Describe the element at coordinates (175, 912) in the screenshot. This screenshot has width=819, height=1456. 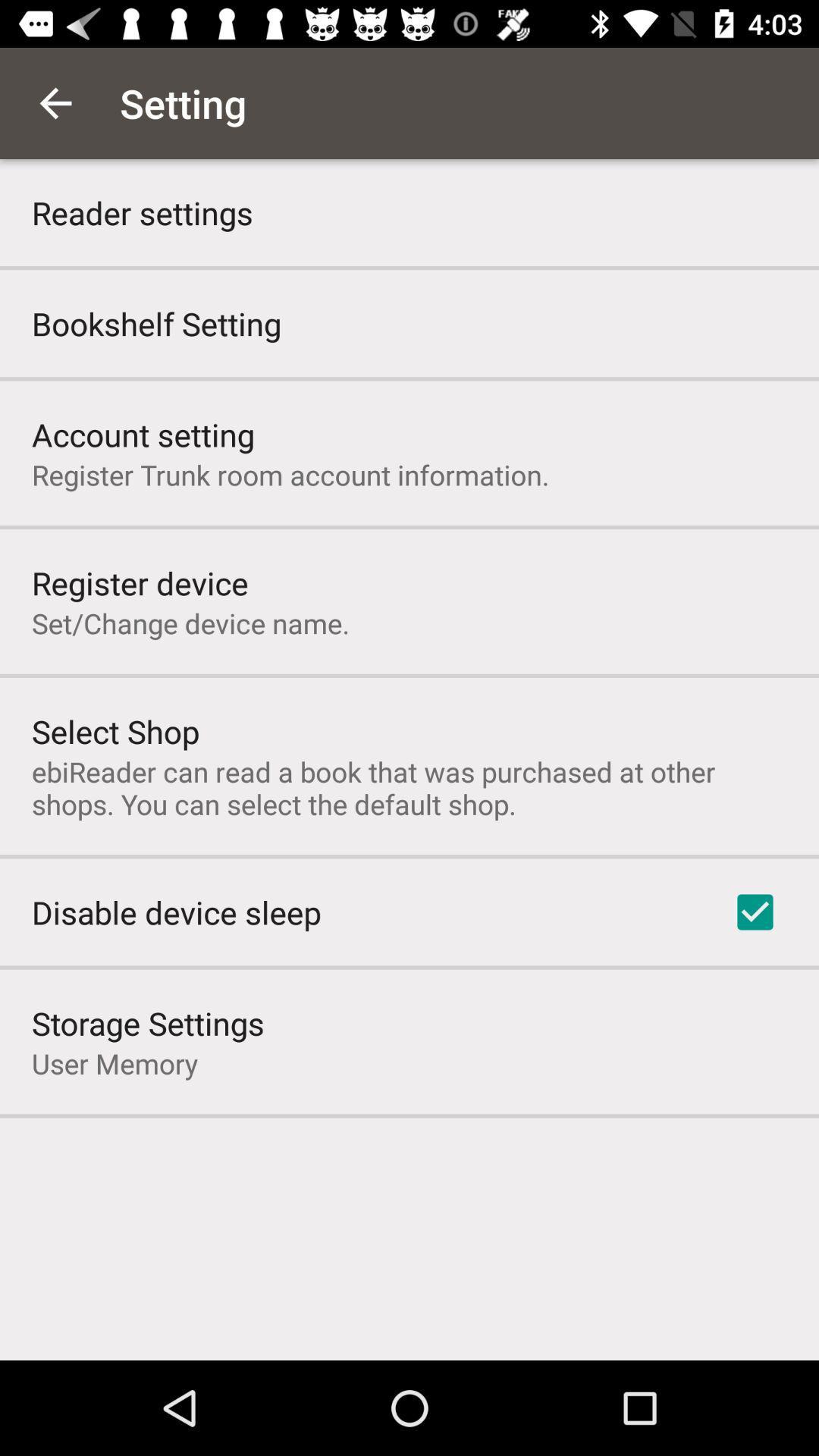
I see `item above storage settings` at that location.